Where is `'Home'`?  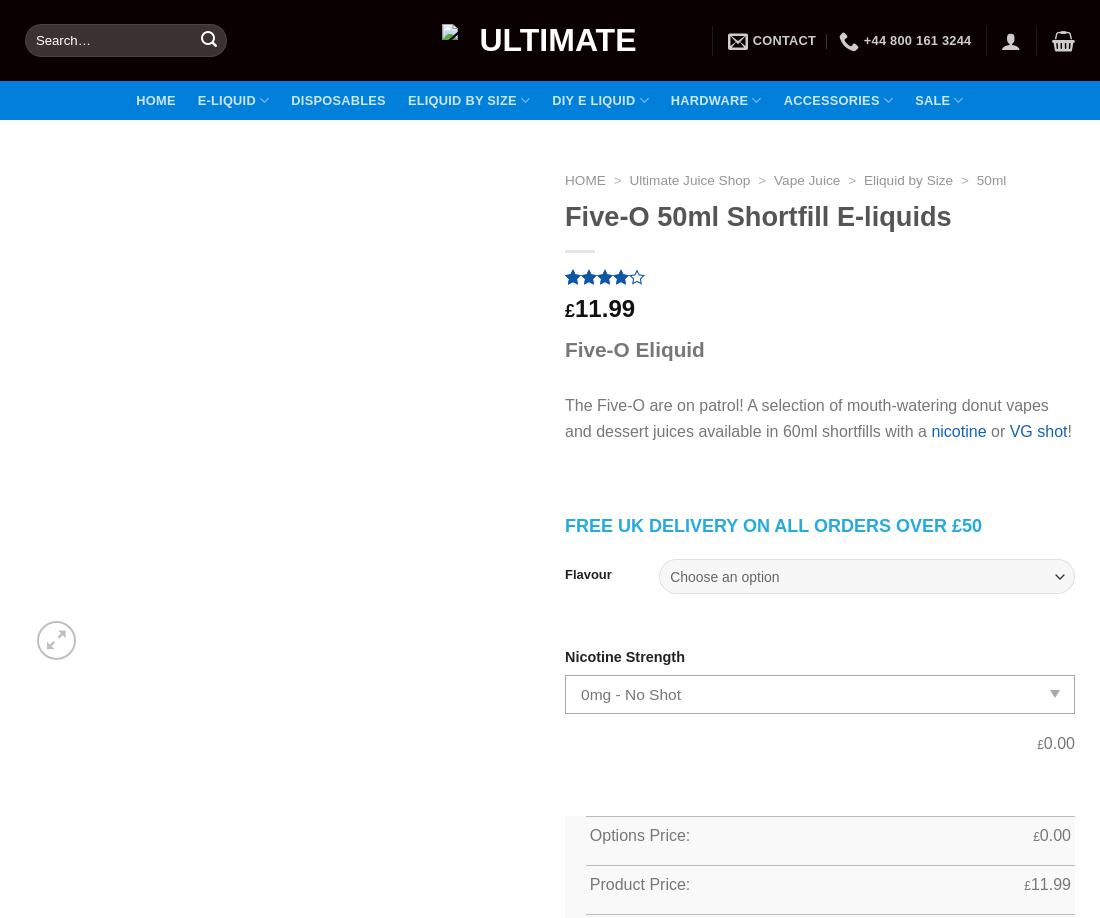 'Home' is located at coordinates (154, 99).